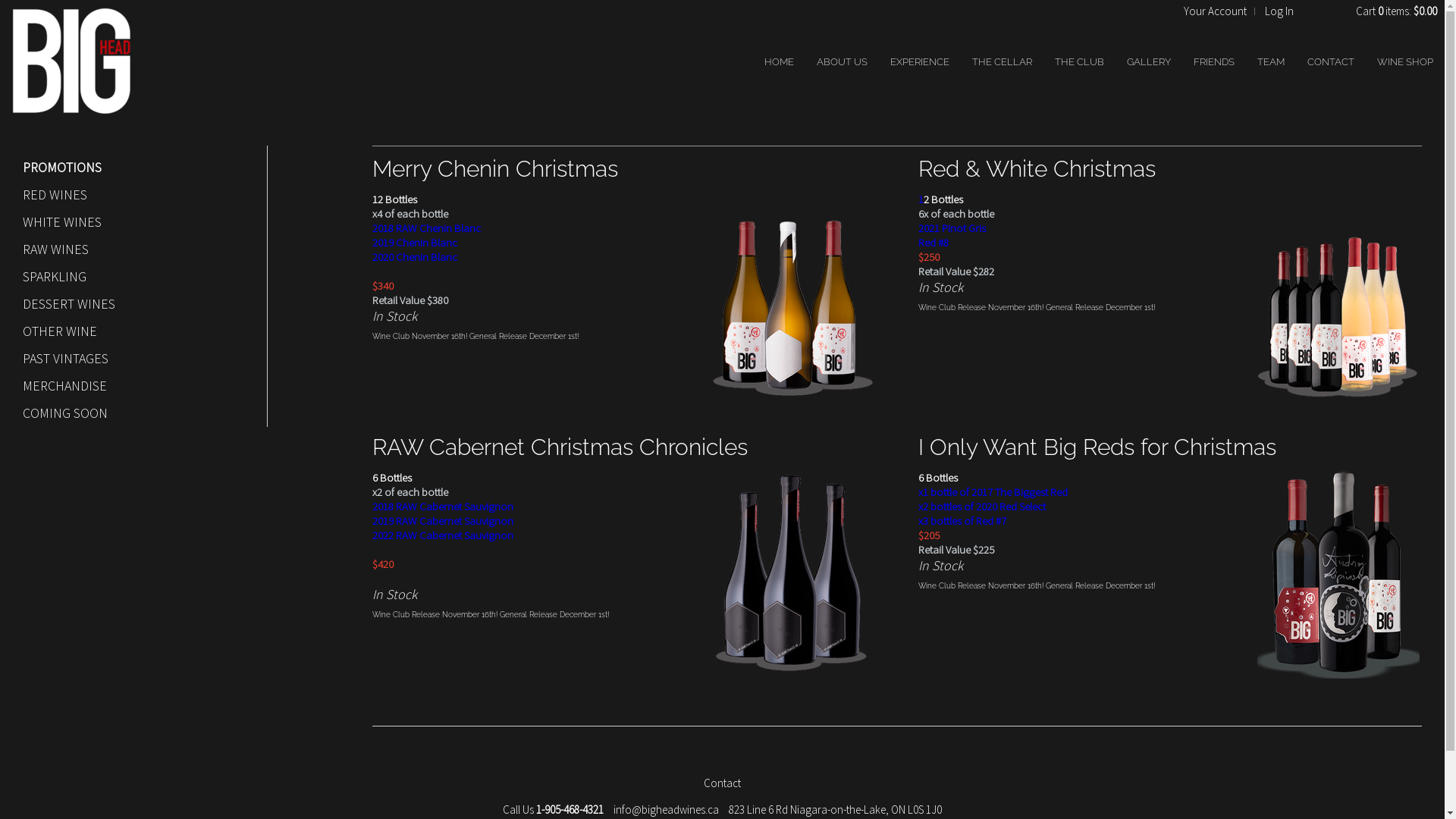  I want to click on 'ABOUT US', so click(841, 61).